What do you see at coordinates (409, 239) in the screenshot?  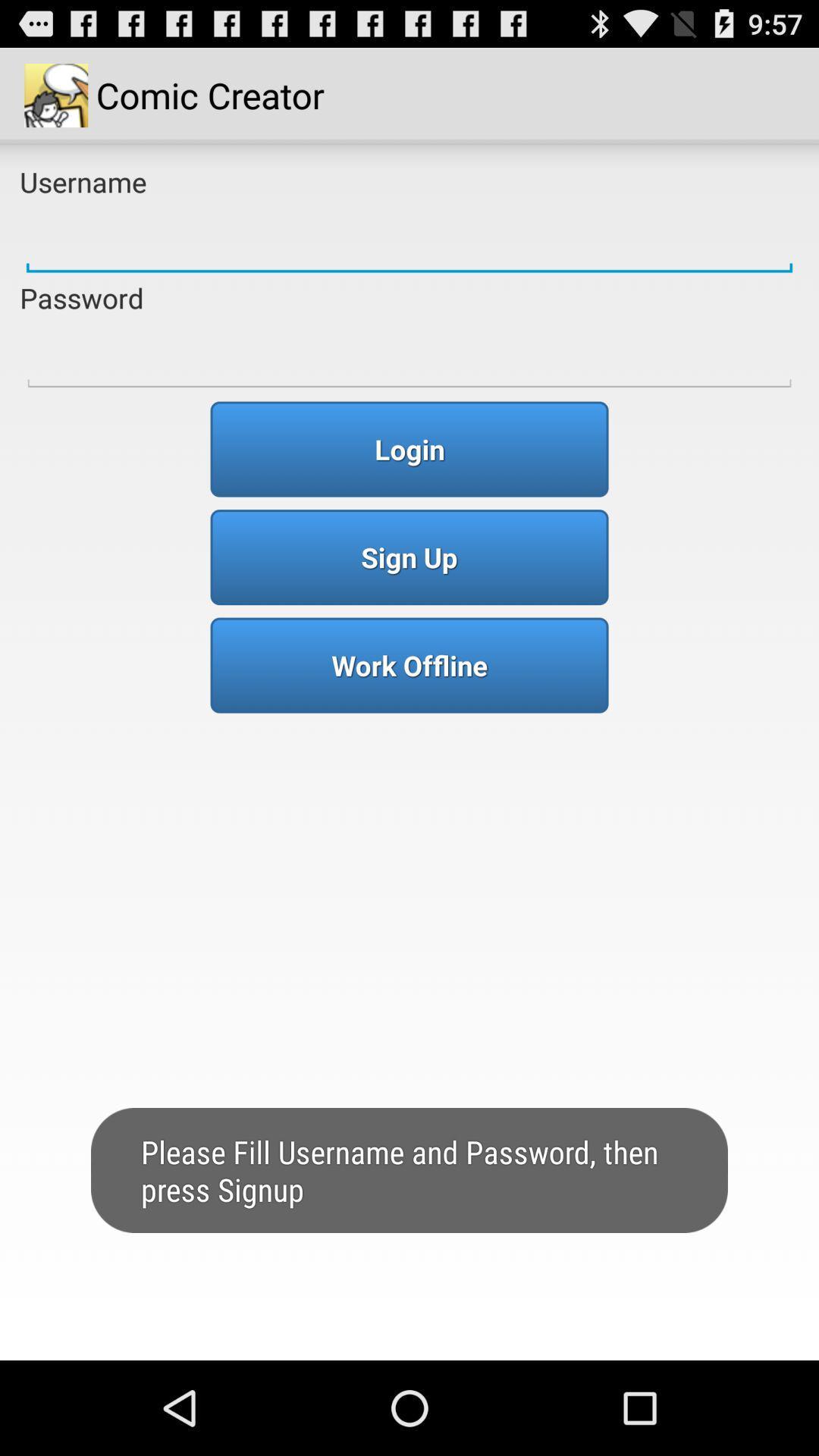 I see `input the username` at bounding box center [409, 239].